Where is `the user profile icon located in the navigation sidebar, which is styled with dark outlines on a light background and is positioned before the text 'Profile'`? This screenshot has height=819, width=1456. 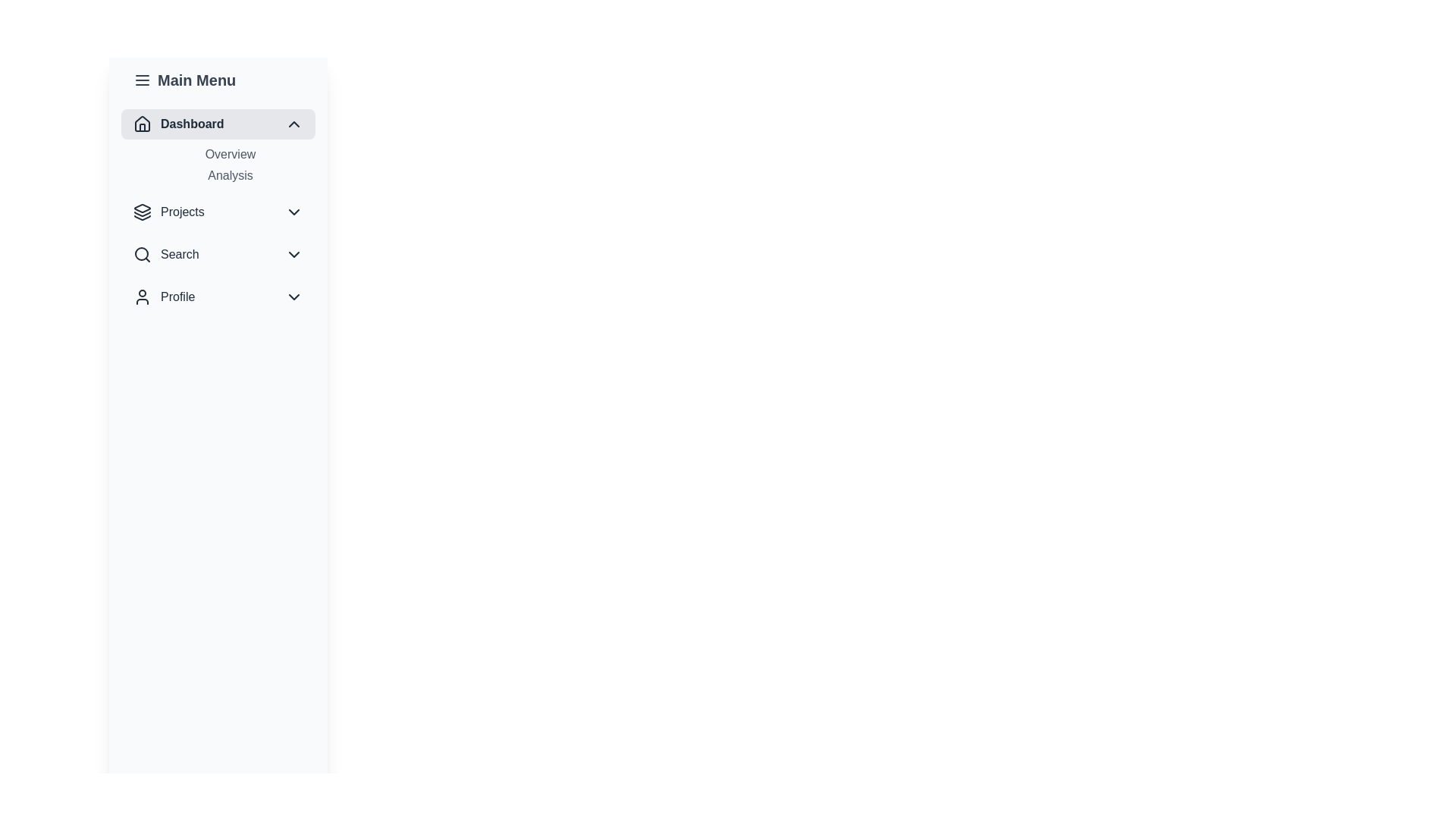
the user profile icon located in the navigation sidebar, which is styled with dark outlines on a light background and is positioned before the text 'Profile' is located at coordinates (142, 297).